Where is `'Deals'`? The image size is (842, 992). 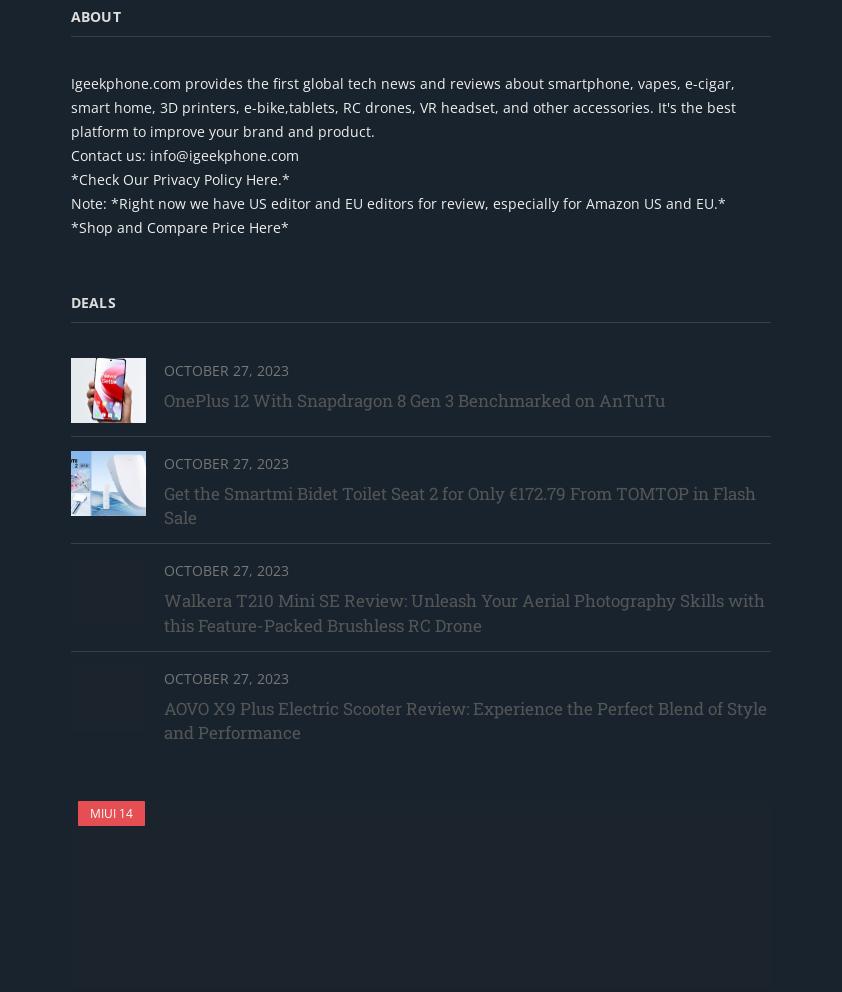
'Deals' is located at coordinates (92, 301).